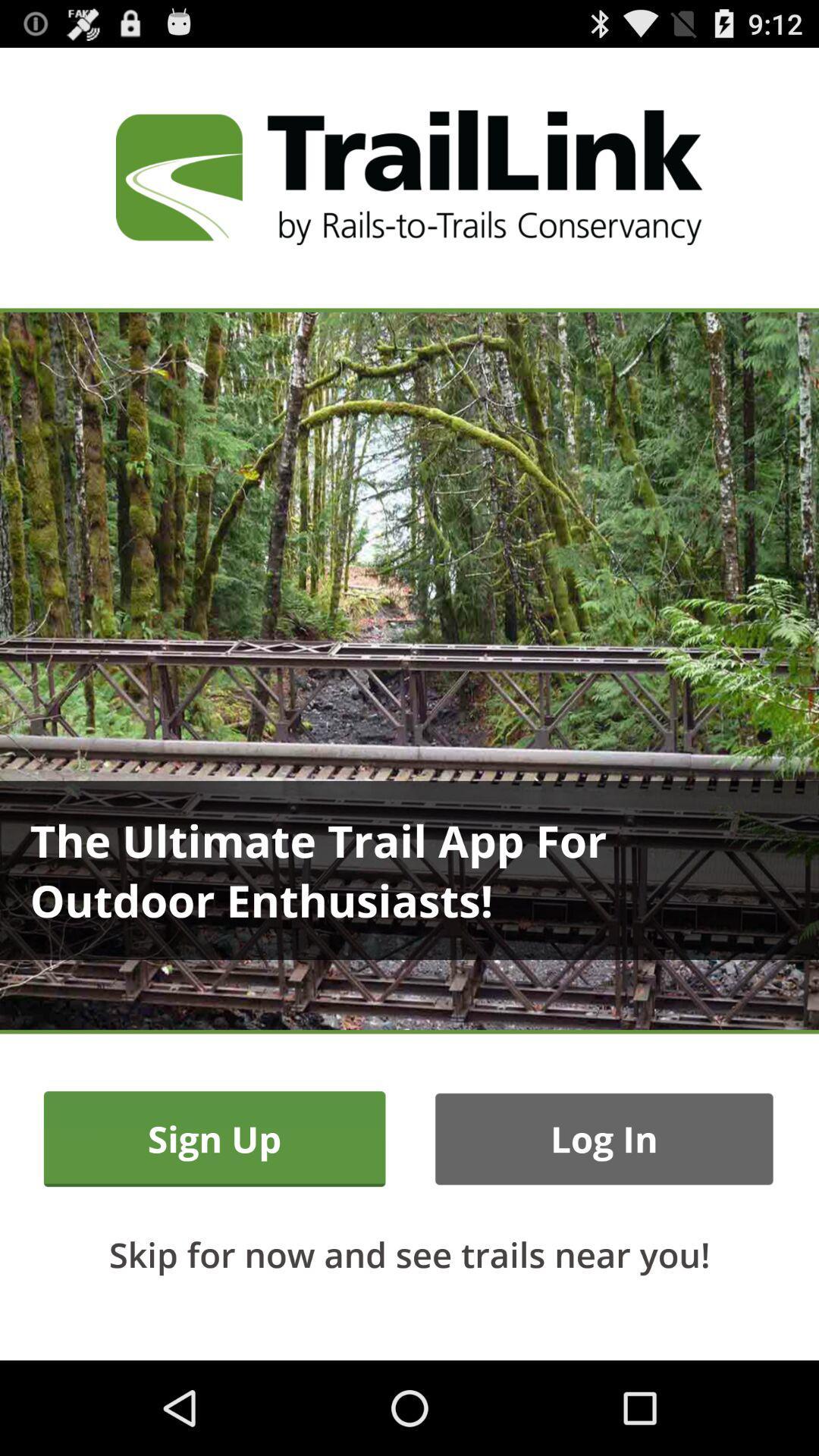 The image size is (819, 1456). I want to click on skip for now item, so click(409, 1254).